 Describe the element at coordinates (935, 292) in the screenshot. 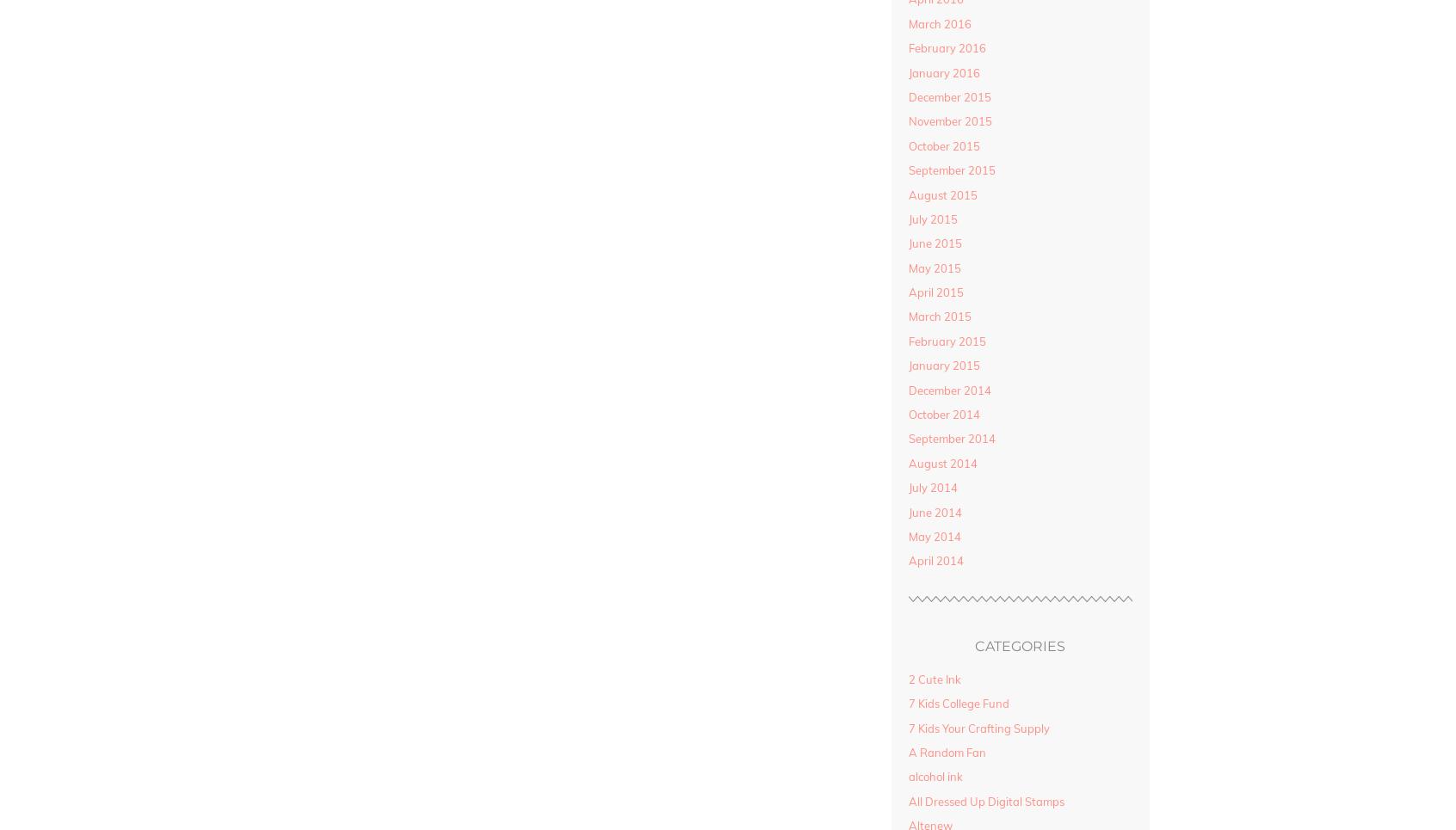

I see `'April 2015'` at that location.